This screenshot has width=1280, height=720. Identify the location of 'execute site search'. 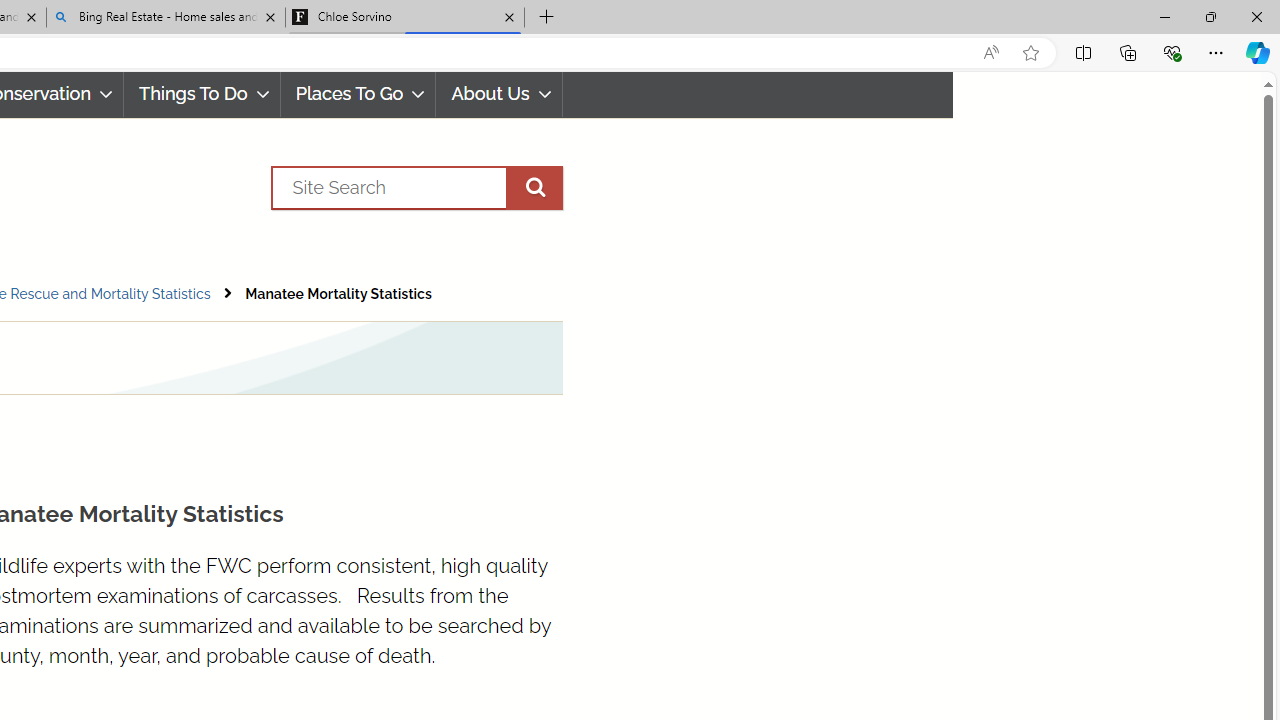
(534, 187).